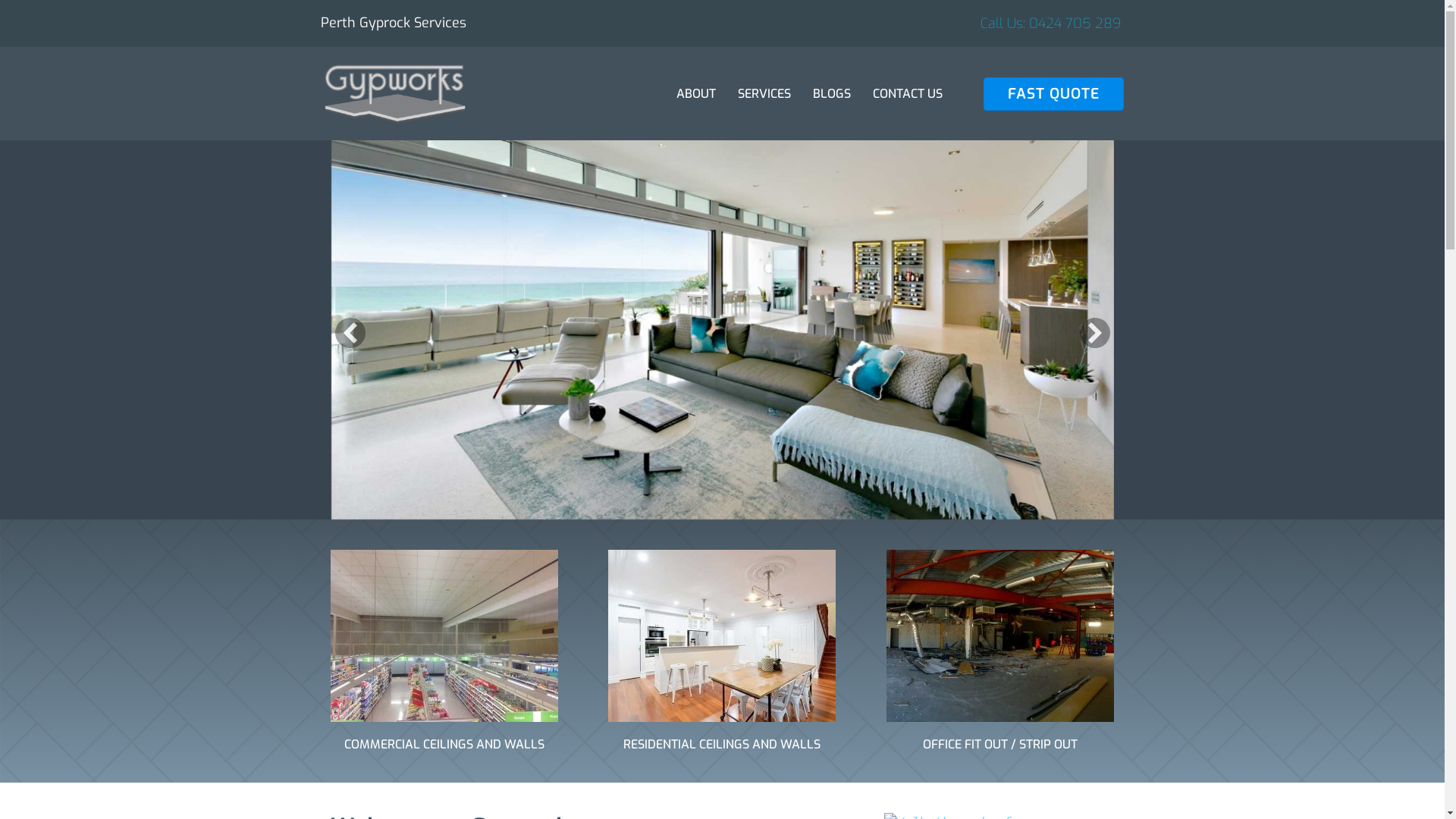 Image resolution: width=1456 pixels, height=819 pixels. What do you see at coordinates (1000, 743) in the screenshot?
I see `'OFFICE FIT OUT / STRIP OUT'` at bounding box center [1000, 743].